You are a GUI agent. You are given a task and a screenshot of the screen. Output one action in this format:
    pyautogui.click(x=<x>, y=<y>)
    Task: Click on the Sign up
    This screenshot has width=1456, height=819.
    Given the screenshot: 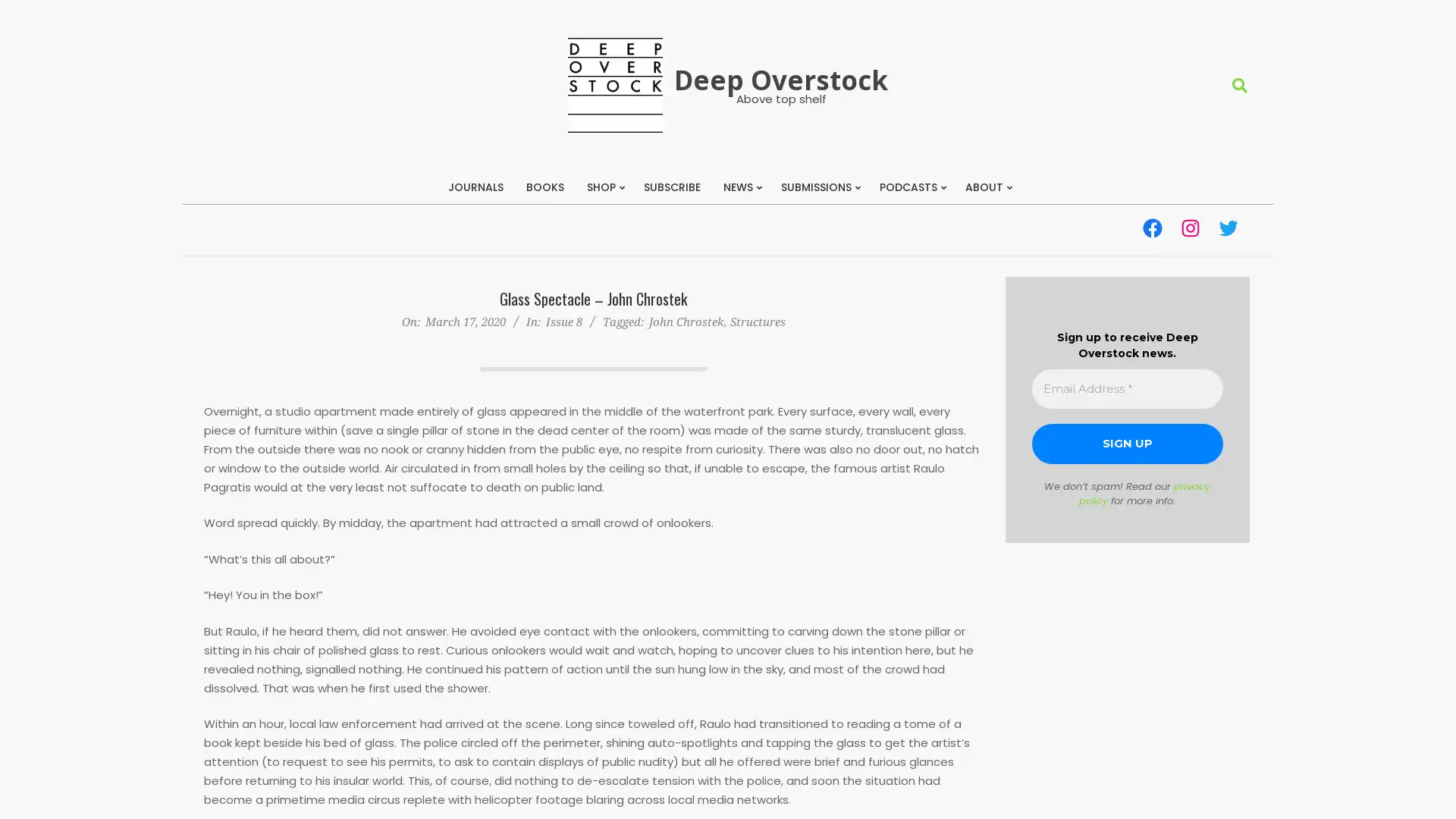 What is the action you would take?
    pyautogui.click(x=1127, y=444)
    